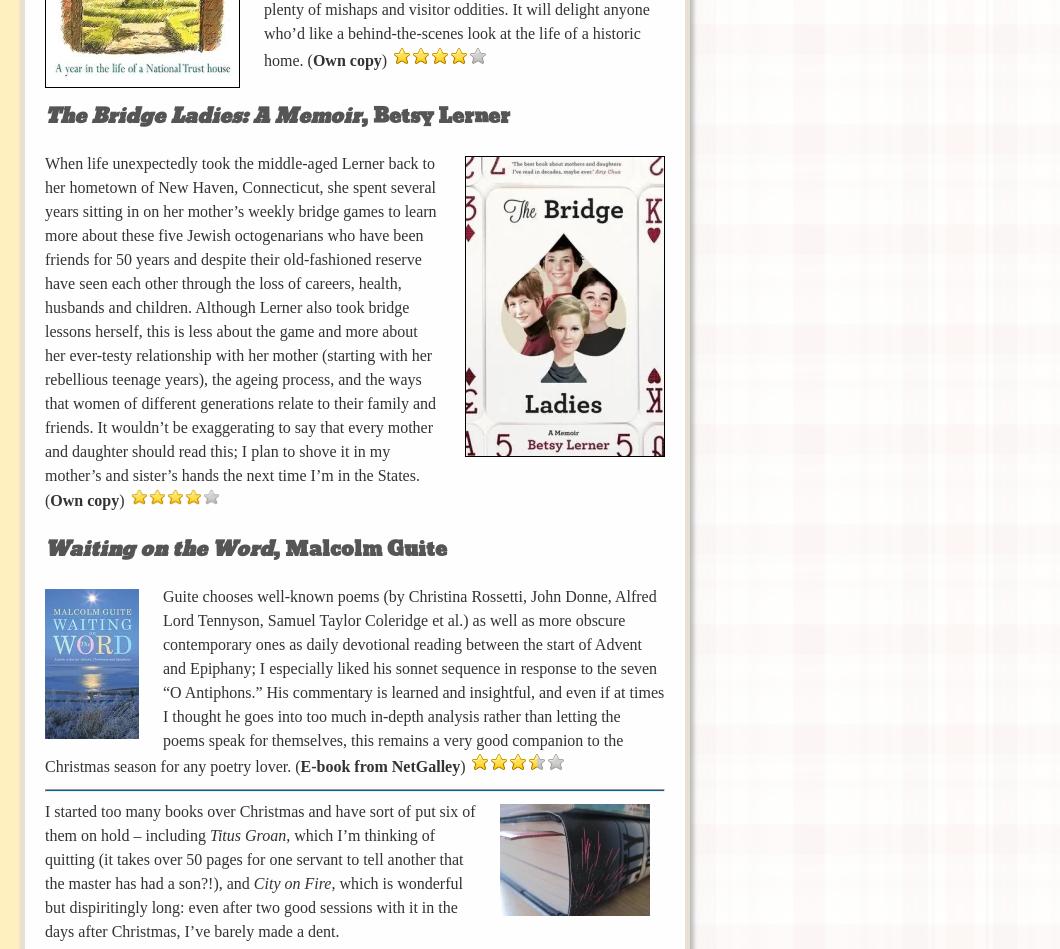 This screenshot has height=949, width=1060. What do you see at coordinates (259, 821) in the screenshot?
I see `'I started too many books over Christmas and have sort of put six of them on hold – including'` at bounding box center [259, 821].